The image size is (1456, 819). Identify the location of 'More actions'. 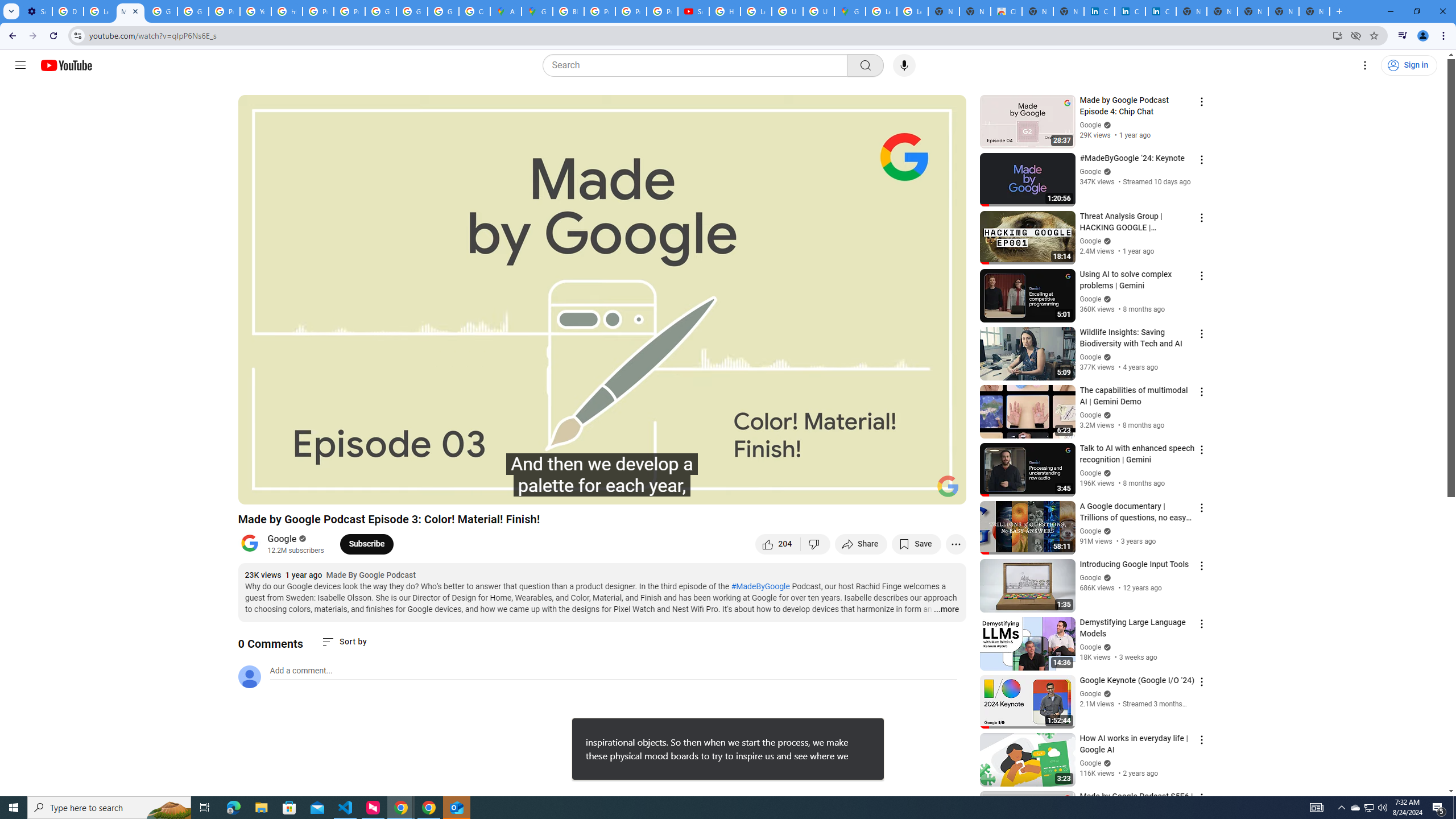
(955, 543).